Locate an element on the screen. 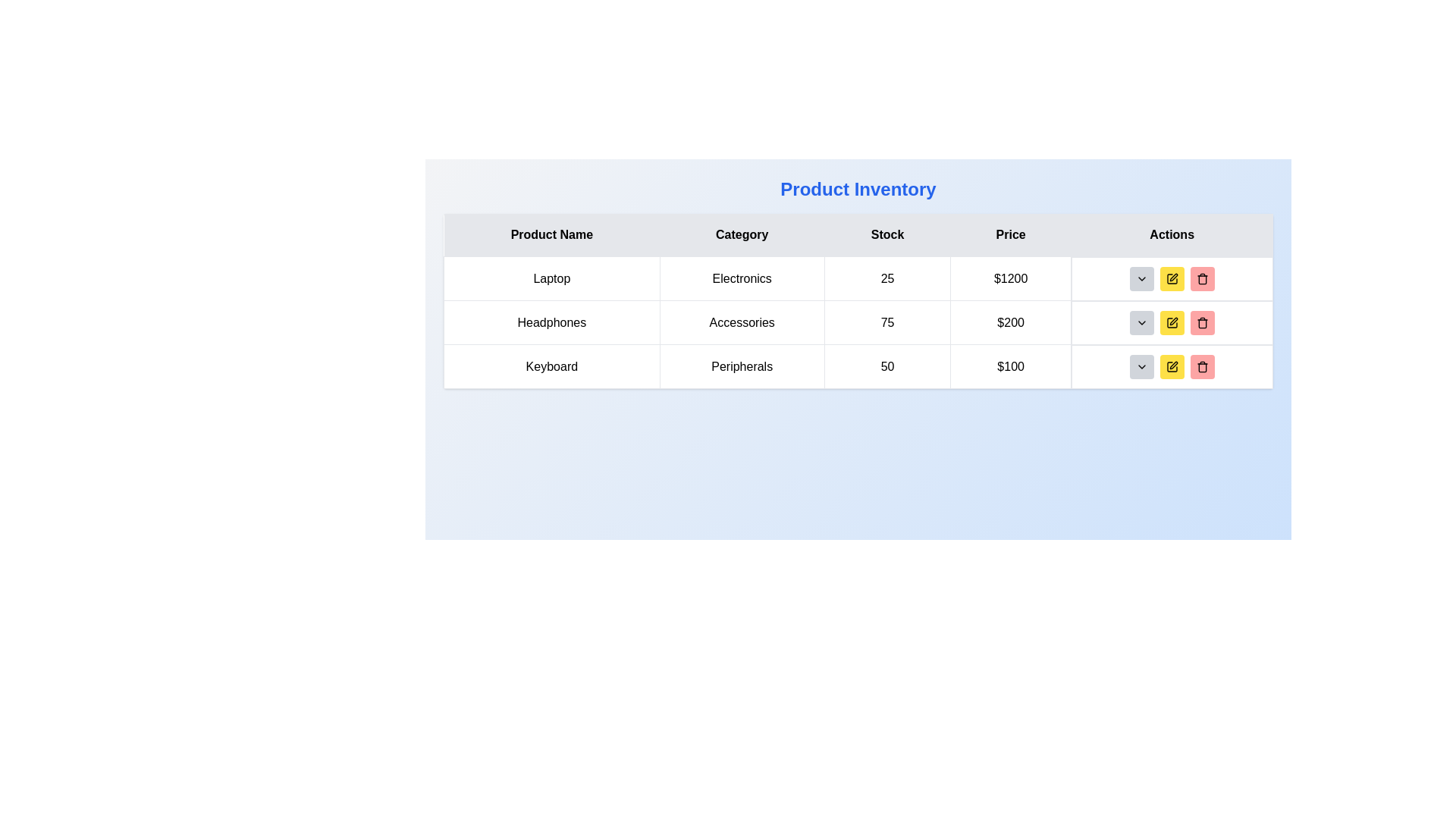 The width and height of the screenshot is (1456, 819). the edit action icon with a yellow background and pen in the Actions column of the third row for the Keyboard product is located at coordinates (1171, 366).